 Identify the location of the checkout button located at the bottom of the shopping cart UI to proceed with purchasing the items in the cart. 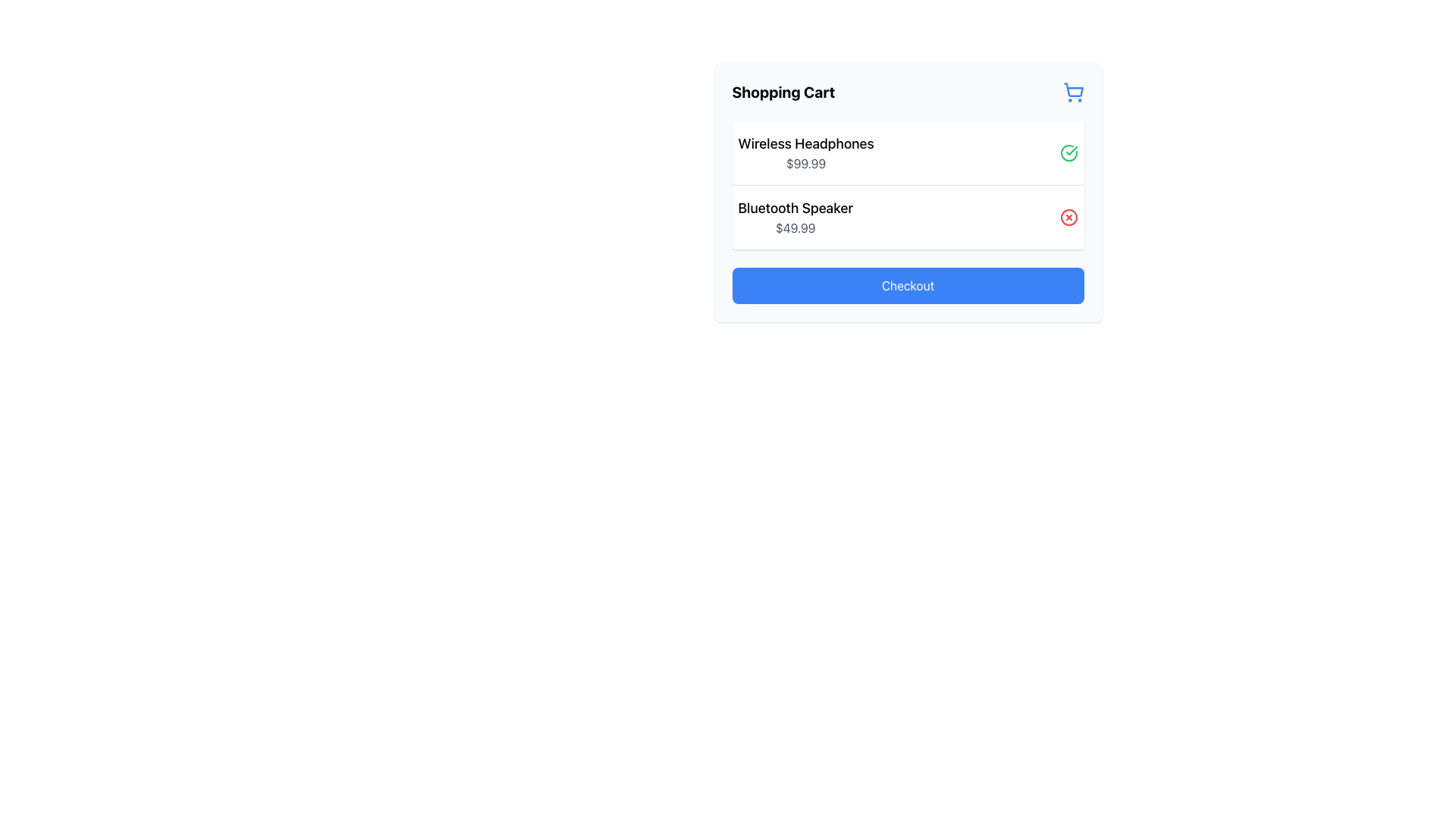
(908, 286).